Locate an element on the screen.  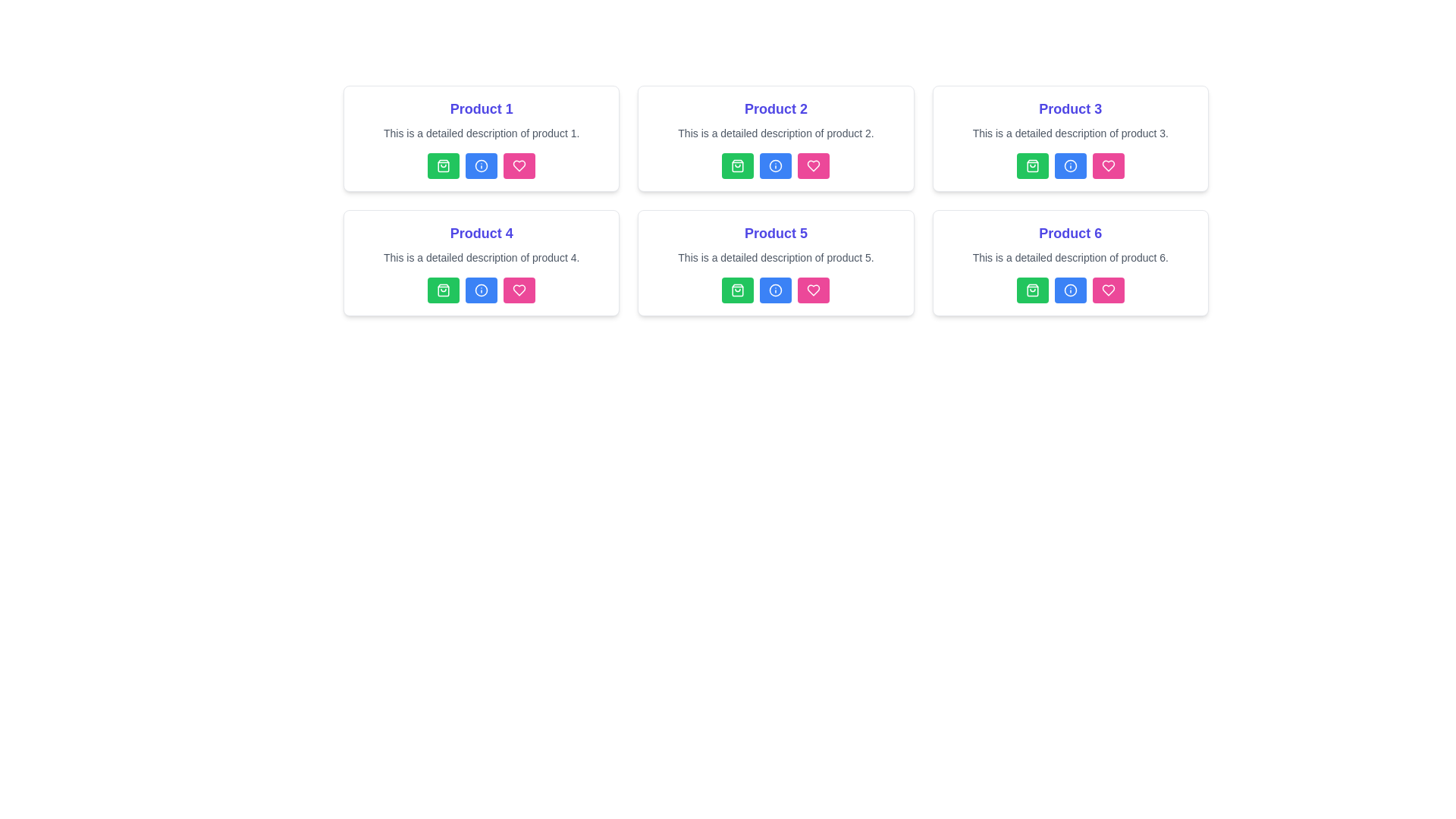
the heart-shaped icon button, which is the last icon in the horizontal row of icons located in the card labeled 'Product 4' is located at coordinates (519, 290).